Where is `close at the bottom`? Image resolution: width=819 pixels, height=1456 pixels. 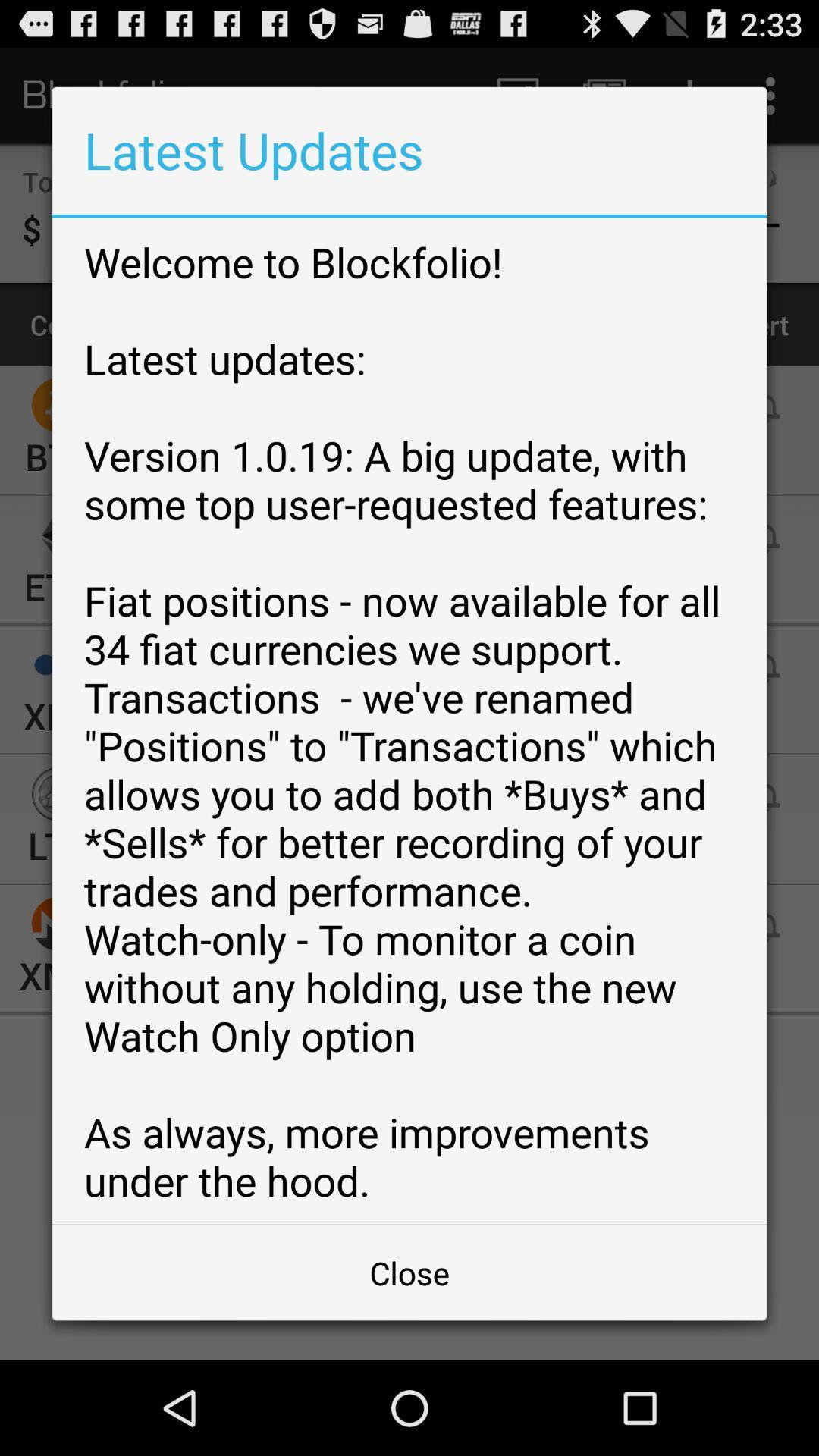 close at the bottom is located at coordinates (409, 1272).